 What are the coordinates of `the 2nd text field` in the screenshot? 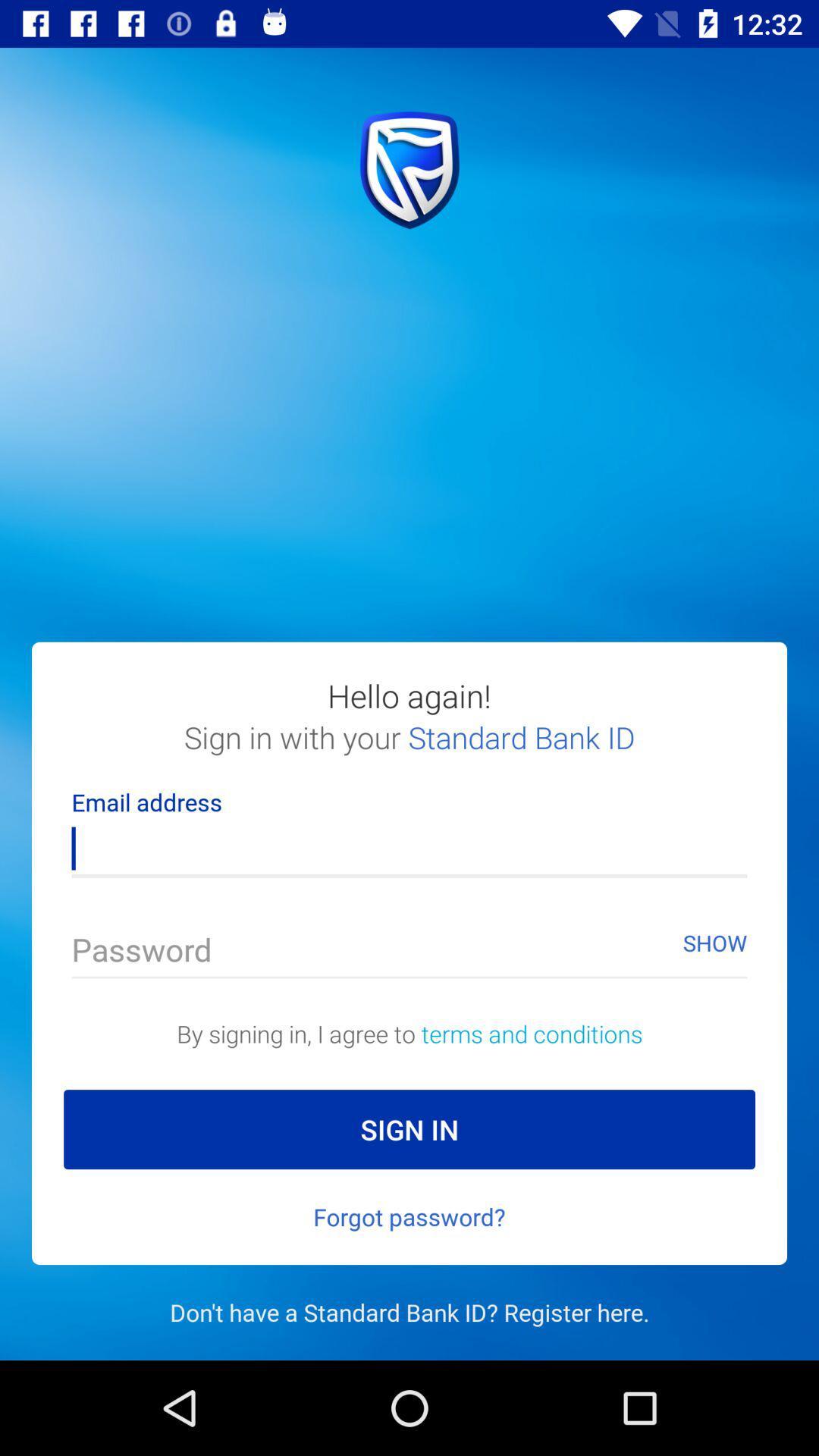 It's located at (409, 942).